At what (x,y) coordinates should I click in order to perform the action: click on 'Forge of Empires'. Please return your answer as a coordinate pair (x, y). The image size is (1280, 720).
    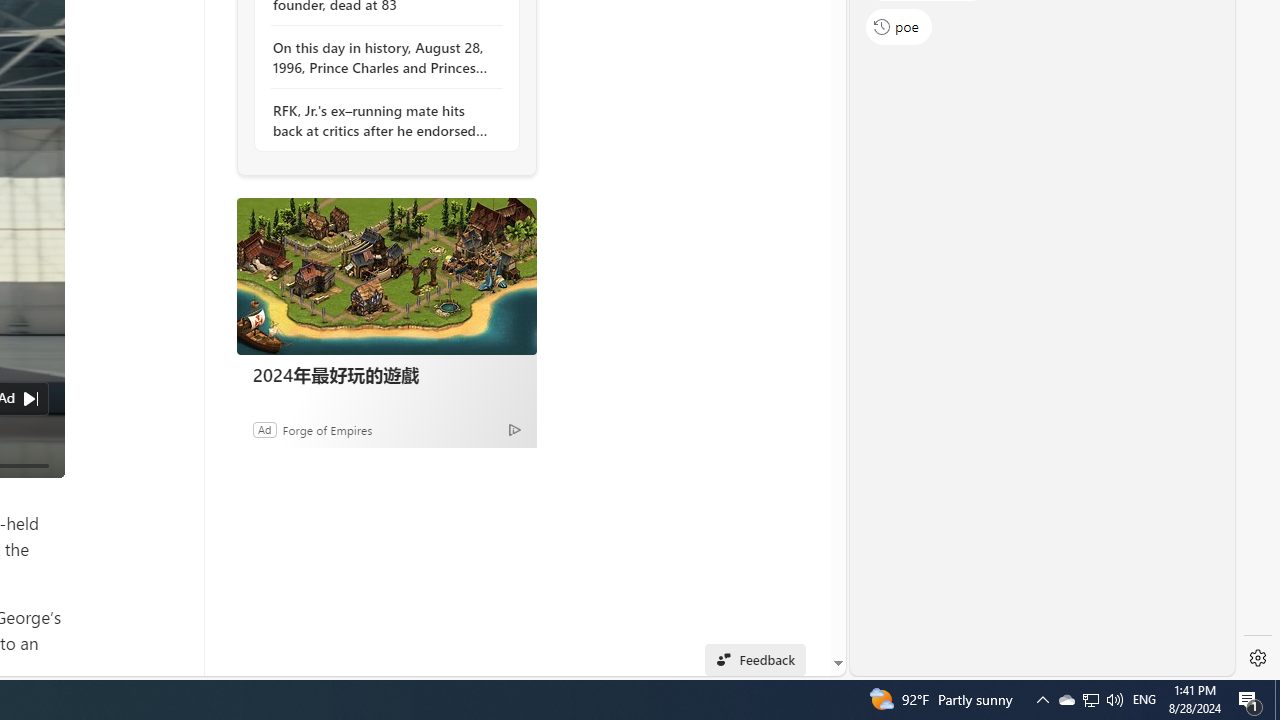
    Looking at the image, I should click on (327, 428).